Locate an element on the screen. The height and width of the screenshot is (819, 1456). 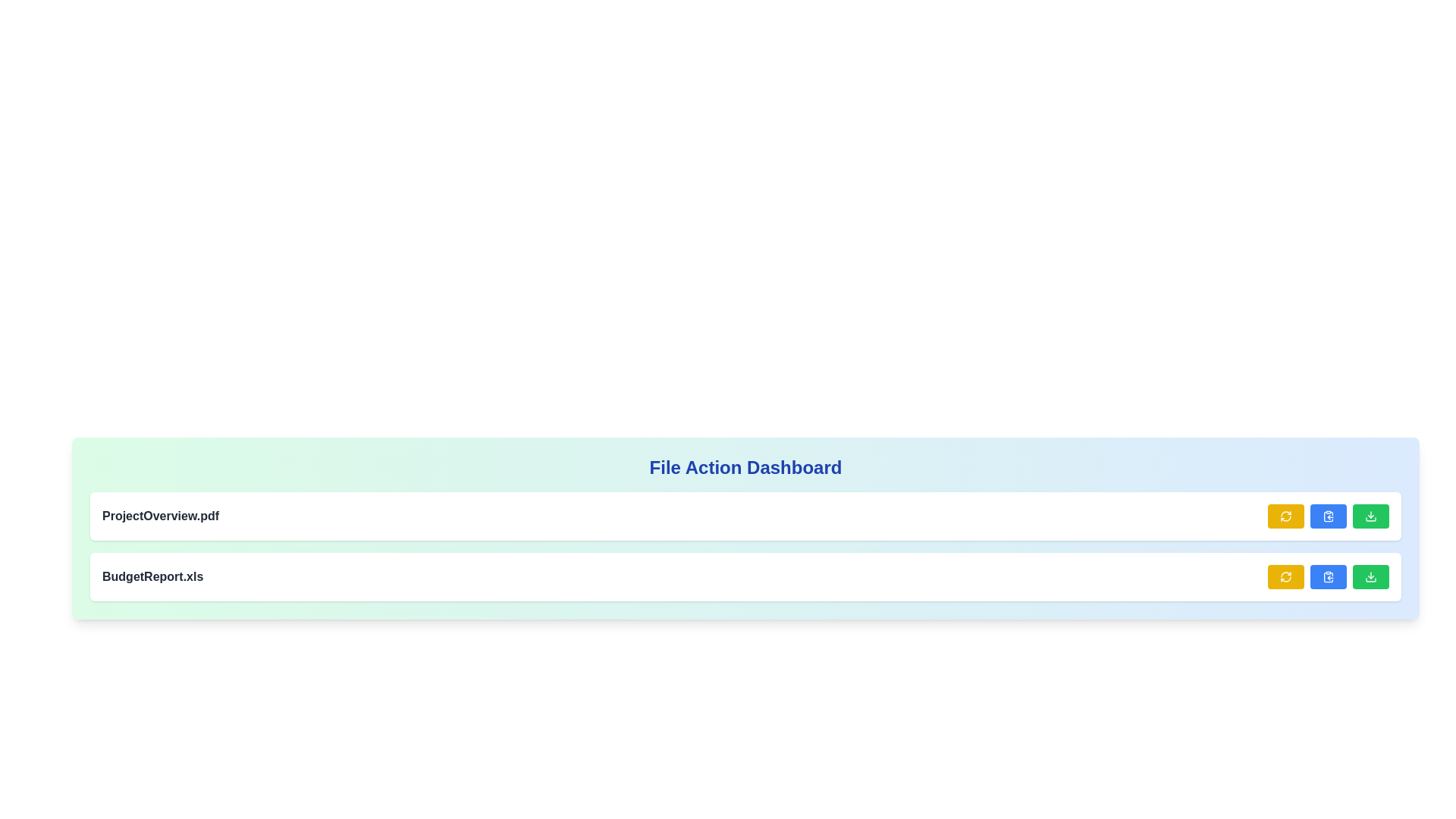
the static text label displaying the file name 'ProjectOverview.pdf' in bold, dark gray font is located at coordinates (160, 516).